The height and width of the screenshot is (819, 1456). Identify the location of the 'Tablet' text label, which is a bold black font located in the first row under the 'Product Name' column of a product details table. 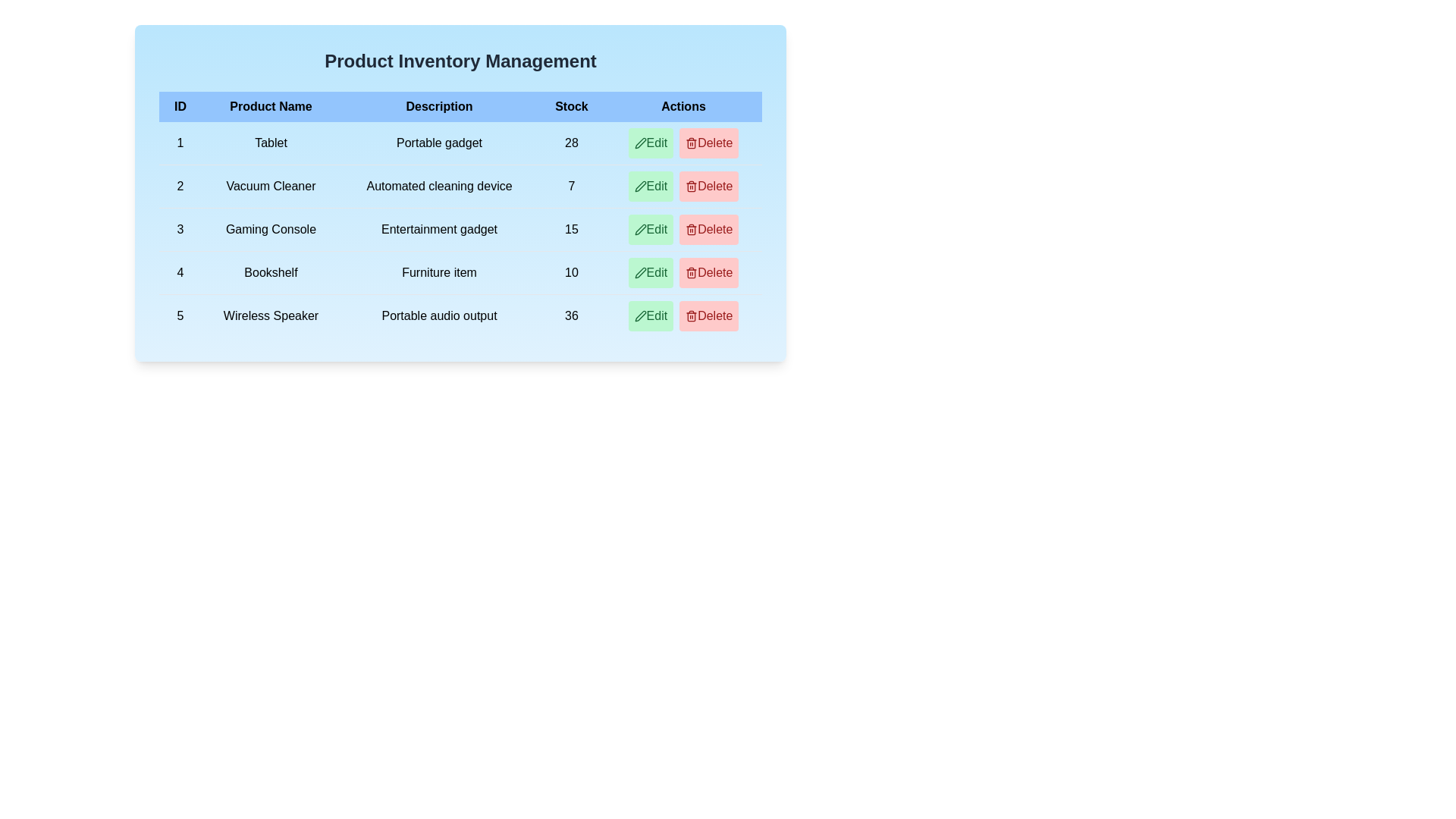
(271, 143).